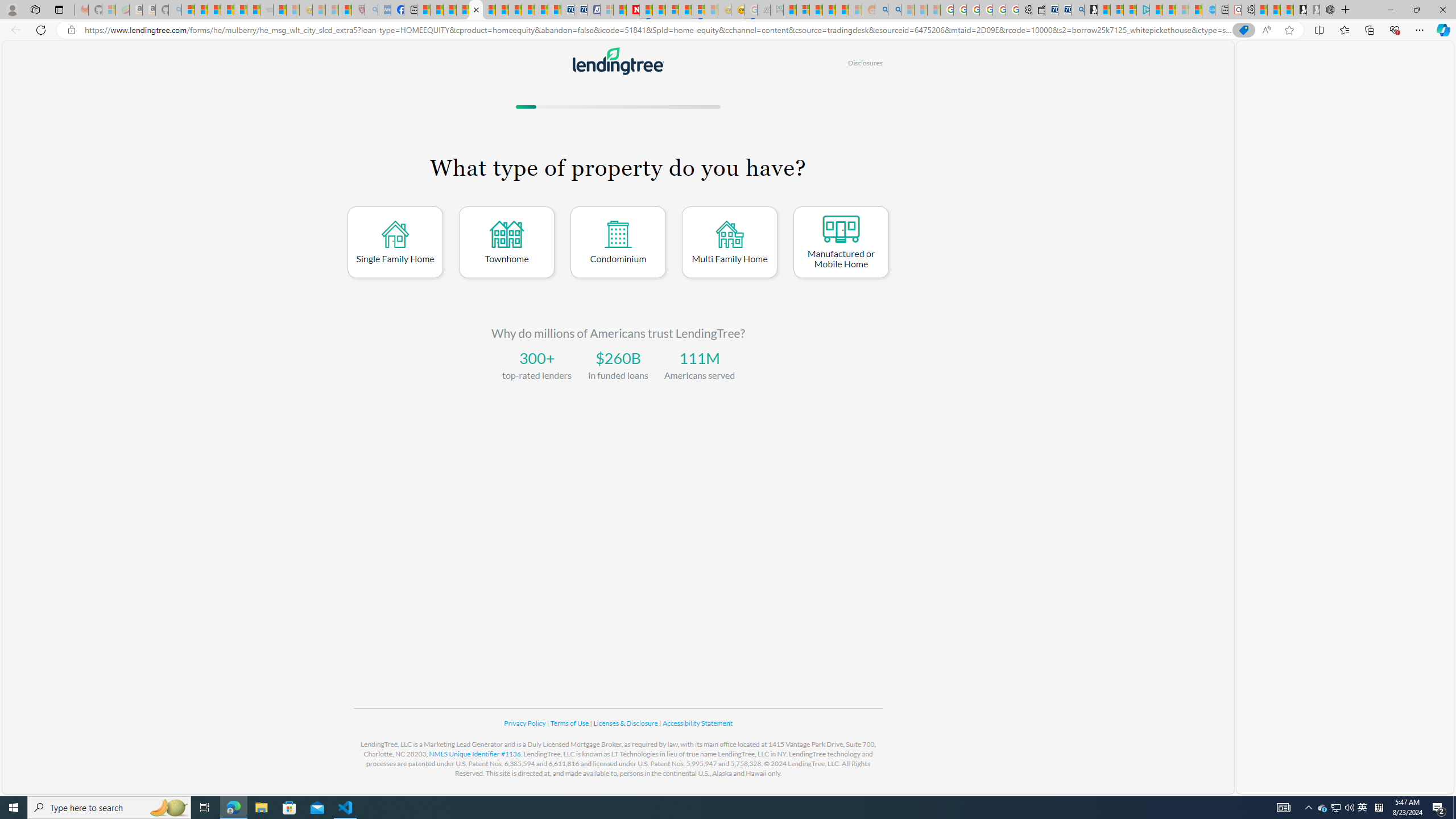  I want to click on 'Student Loan Update: Forgiveness Program Ends This Month', so click(841, 9).